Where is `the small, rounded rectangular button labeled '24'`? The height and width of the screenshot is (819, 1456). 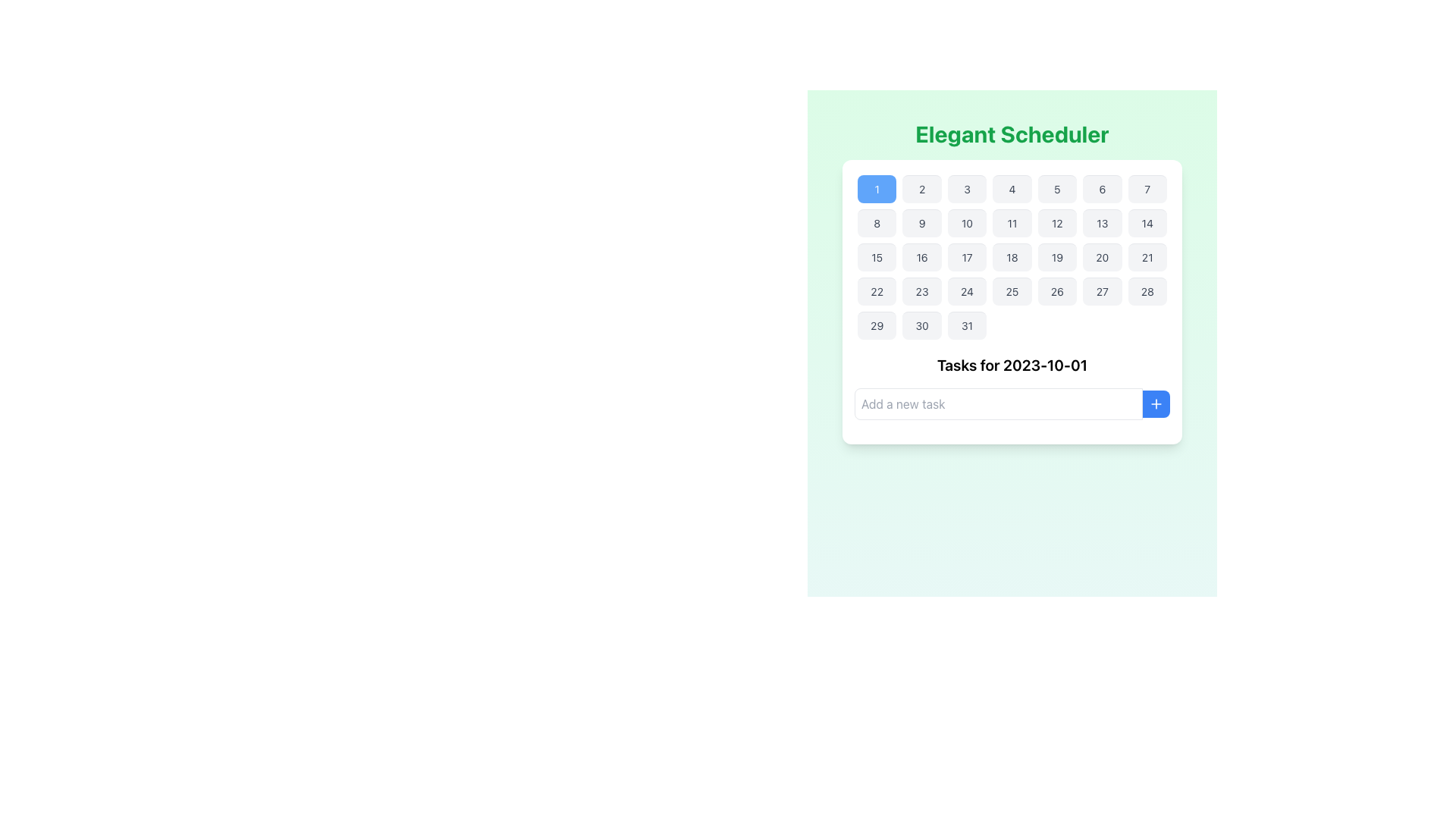 the small, rounded rectangular button labeled '24' is located at coordinates (966, 291).